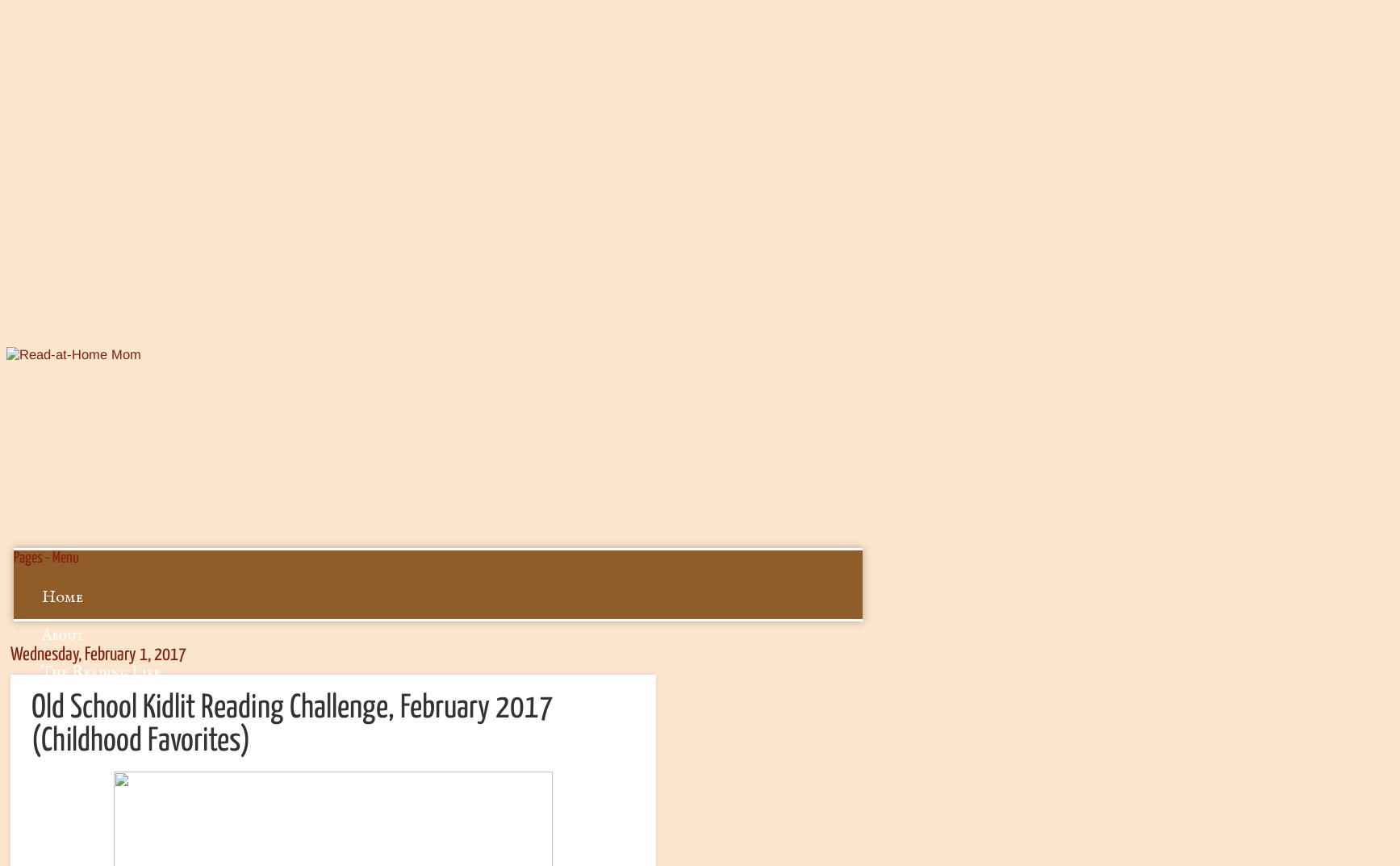 Image resolution: width=1400 pixels, height=866 pixels. Describe the element at coordinates (88, 709) in the screenshot. I see `'Book Reviews'` at that location.